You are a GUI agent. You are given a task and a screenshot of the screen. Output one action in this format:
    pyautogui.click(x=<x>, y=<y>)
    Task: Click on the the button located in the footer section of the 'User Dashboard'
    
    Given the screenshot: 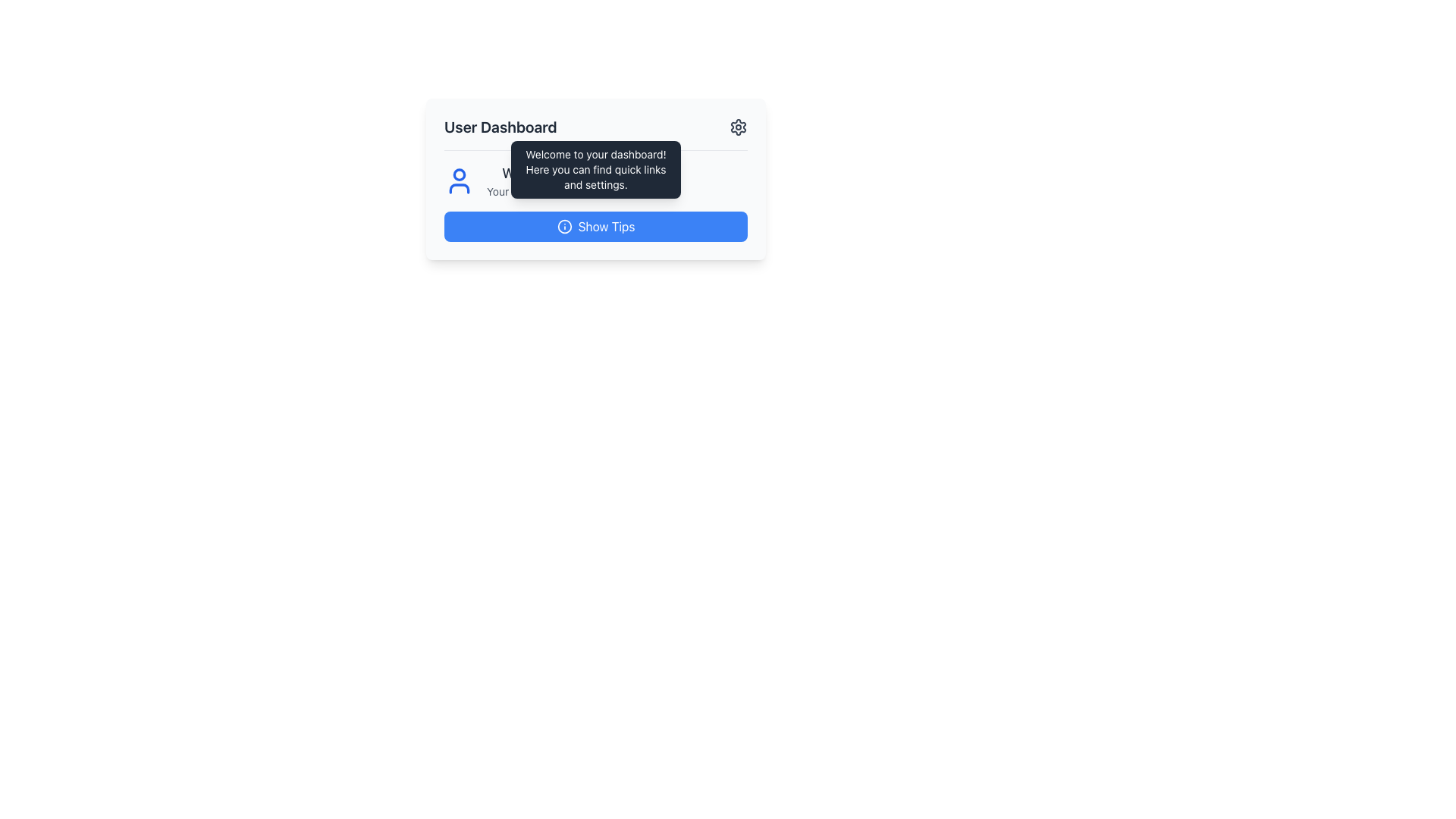 What is the action you would take?
    pyautogui.click(x=595, y=227)
    